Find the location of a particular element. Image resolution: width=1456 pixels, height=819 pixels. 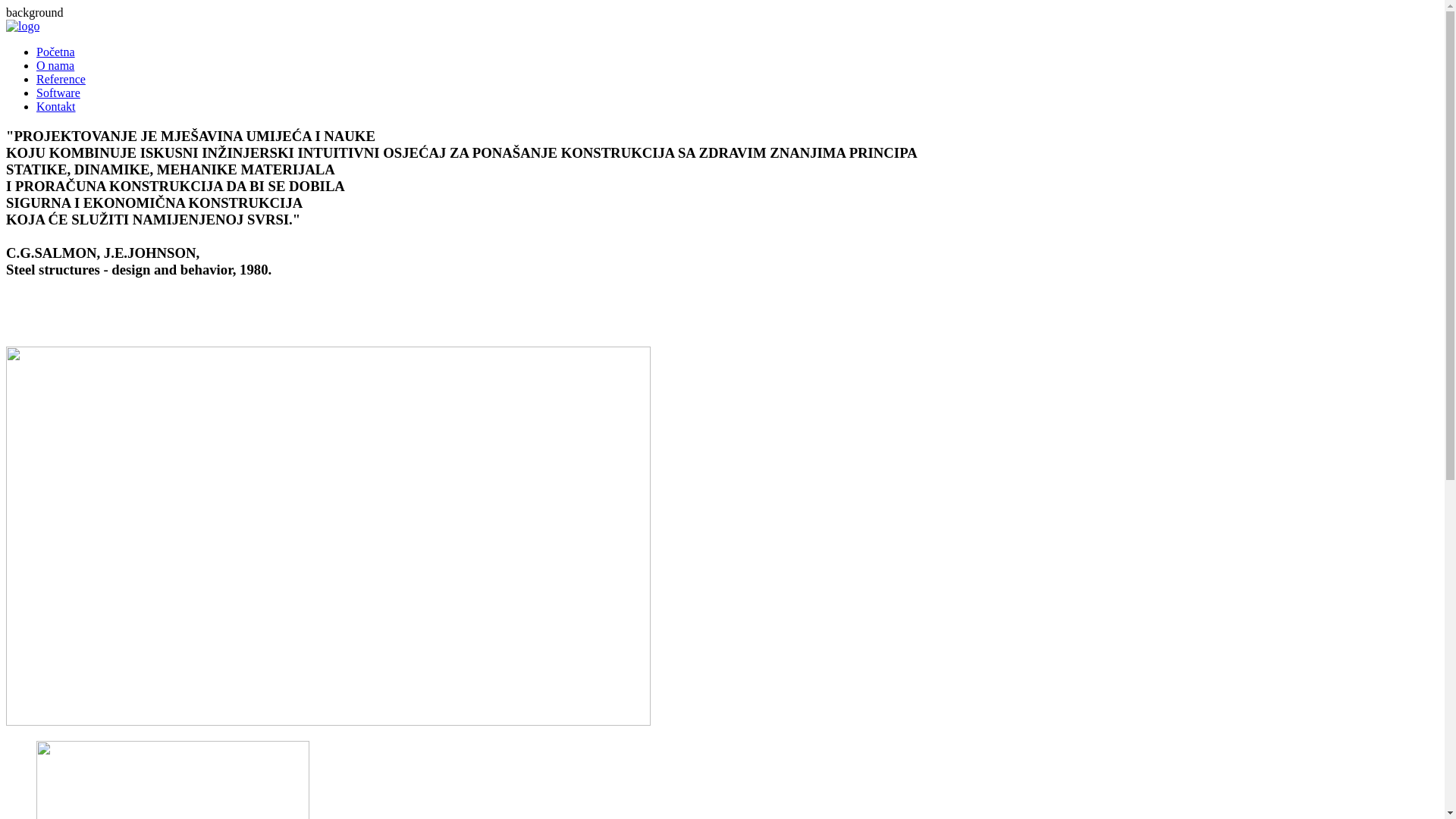

'Reference' is located at coordinates (61, 79).